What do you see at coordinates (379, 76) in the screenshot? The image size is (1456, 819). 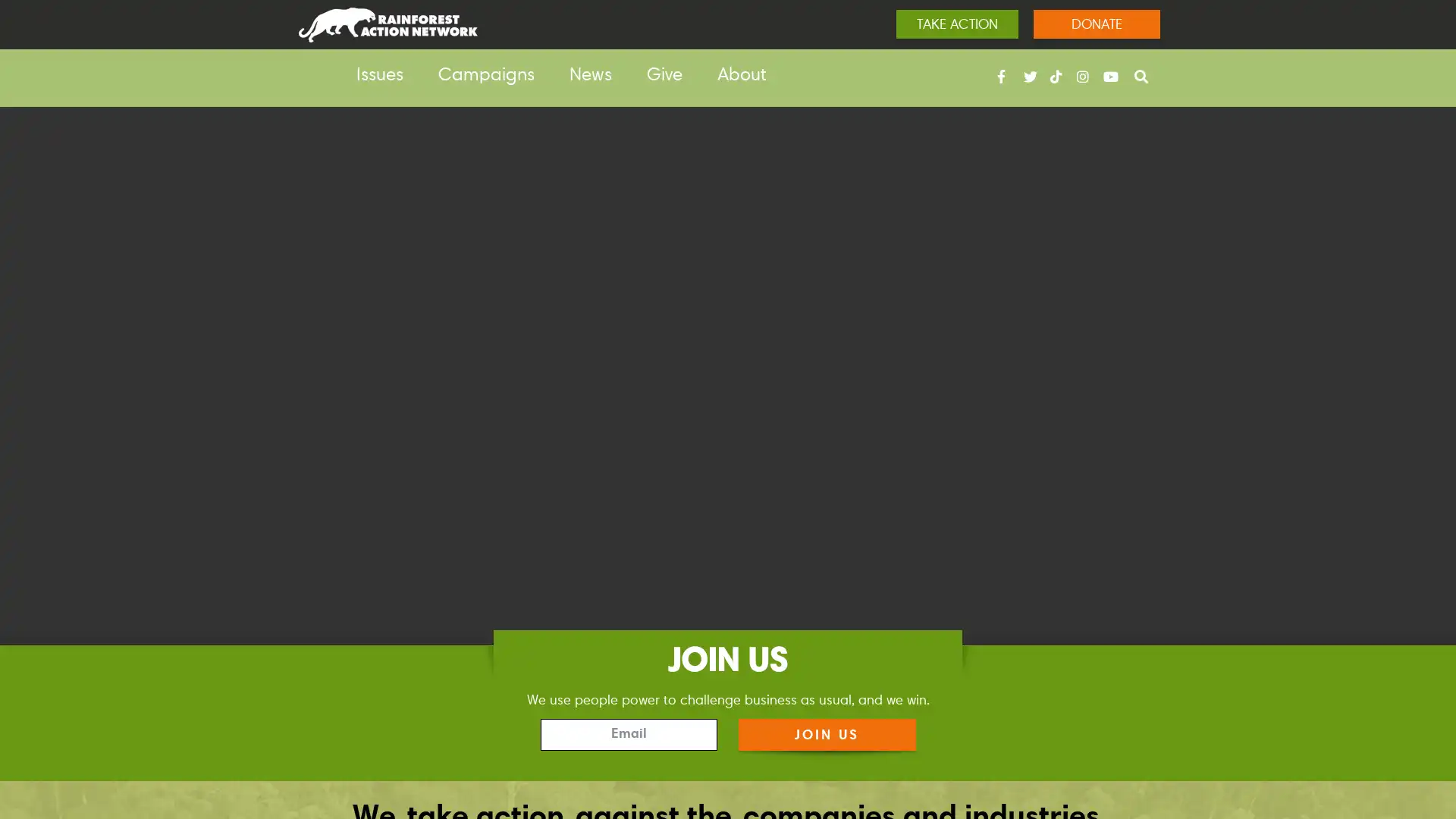 I see `Issues` at bounding box center [379, 76].